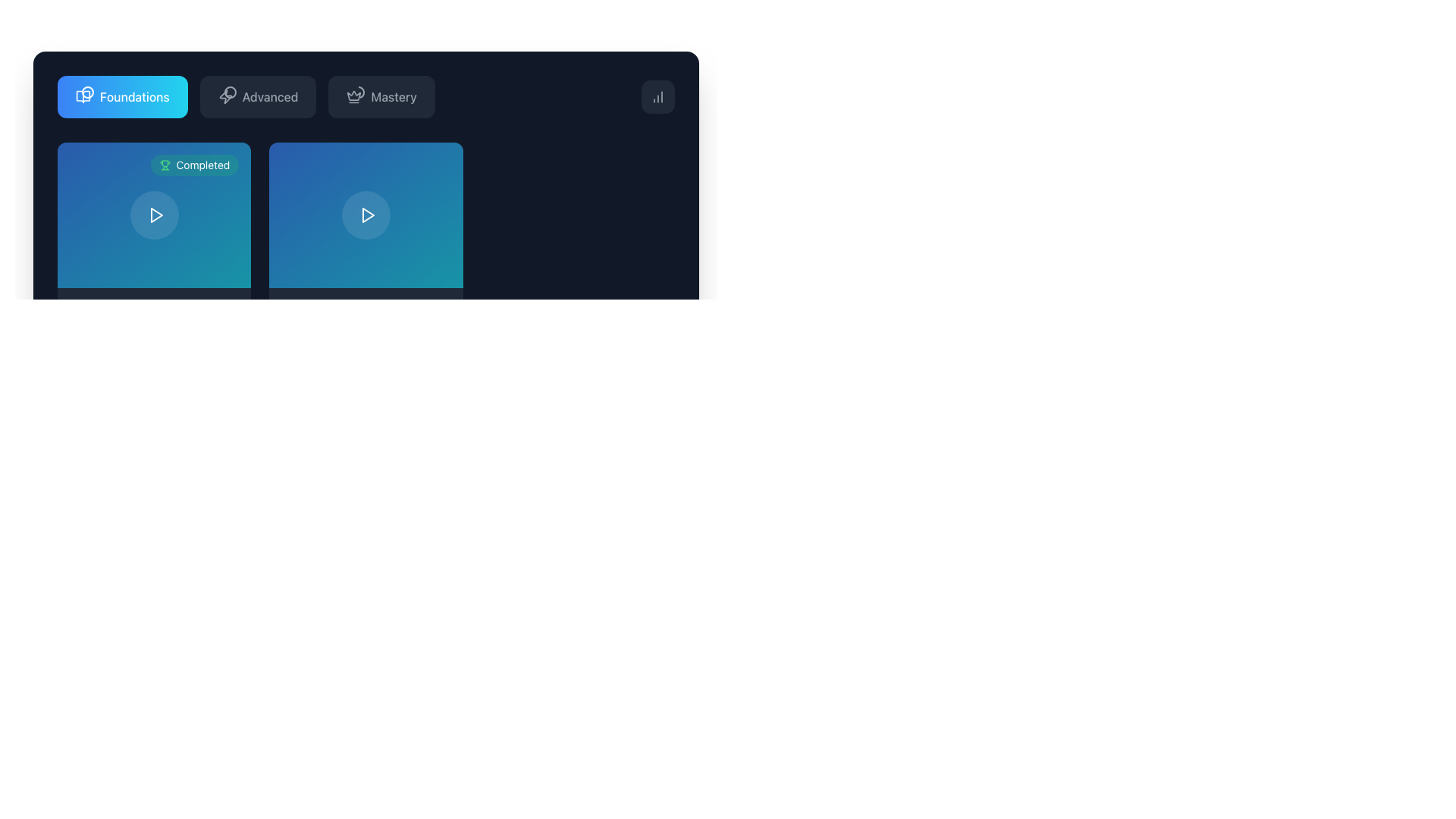 This screenshot has width=1456, height=819. What do you see at coordinates (258, 96) in the screenshot?
I see `the 'Advanced' navigation button` at bounding box center [258, 96].